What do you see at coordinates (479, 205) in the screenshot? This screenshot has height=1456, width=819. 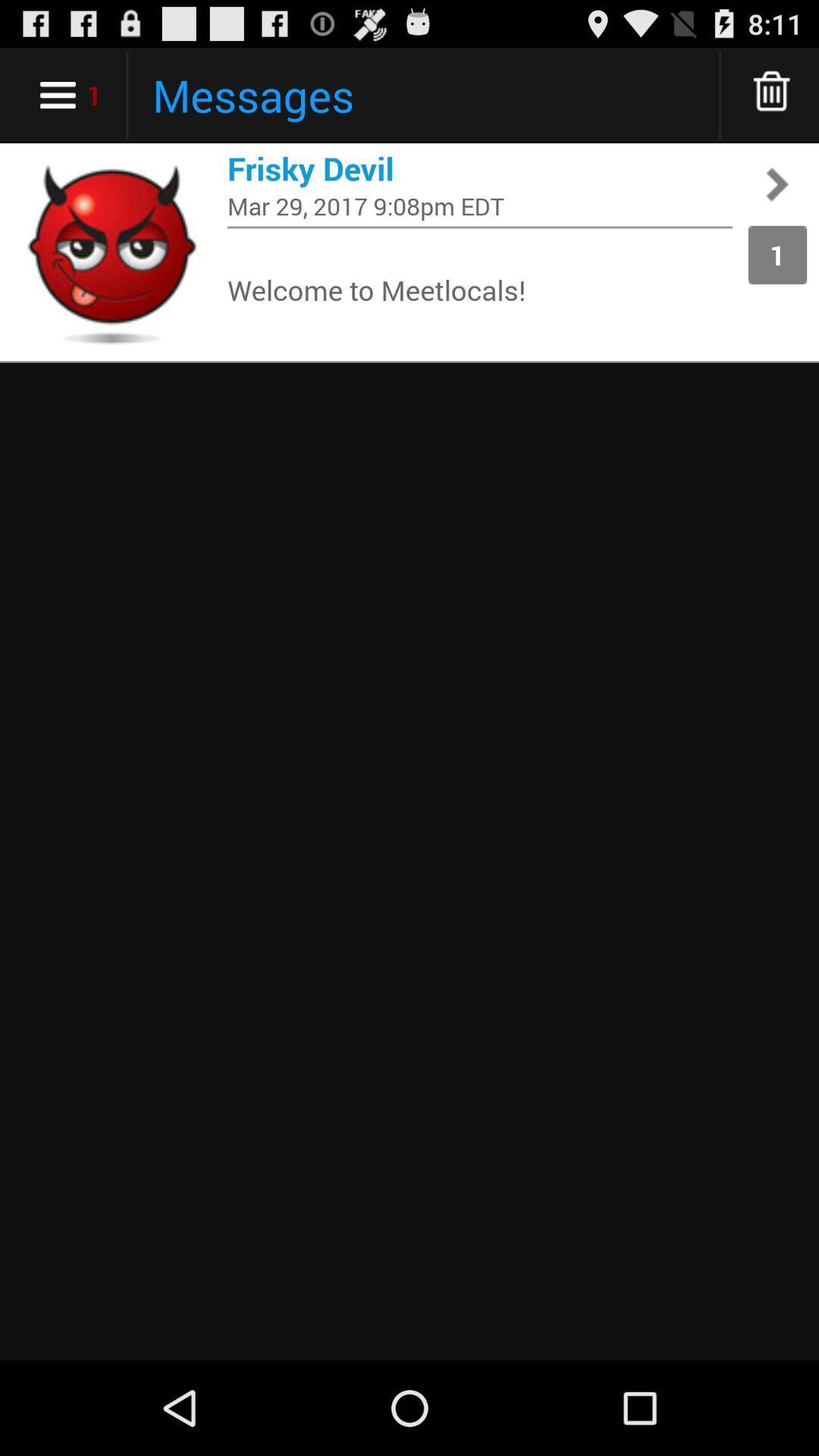 I see `mar 29 2017 item` at bounding box center [479, 205].